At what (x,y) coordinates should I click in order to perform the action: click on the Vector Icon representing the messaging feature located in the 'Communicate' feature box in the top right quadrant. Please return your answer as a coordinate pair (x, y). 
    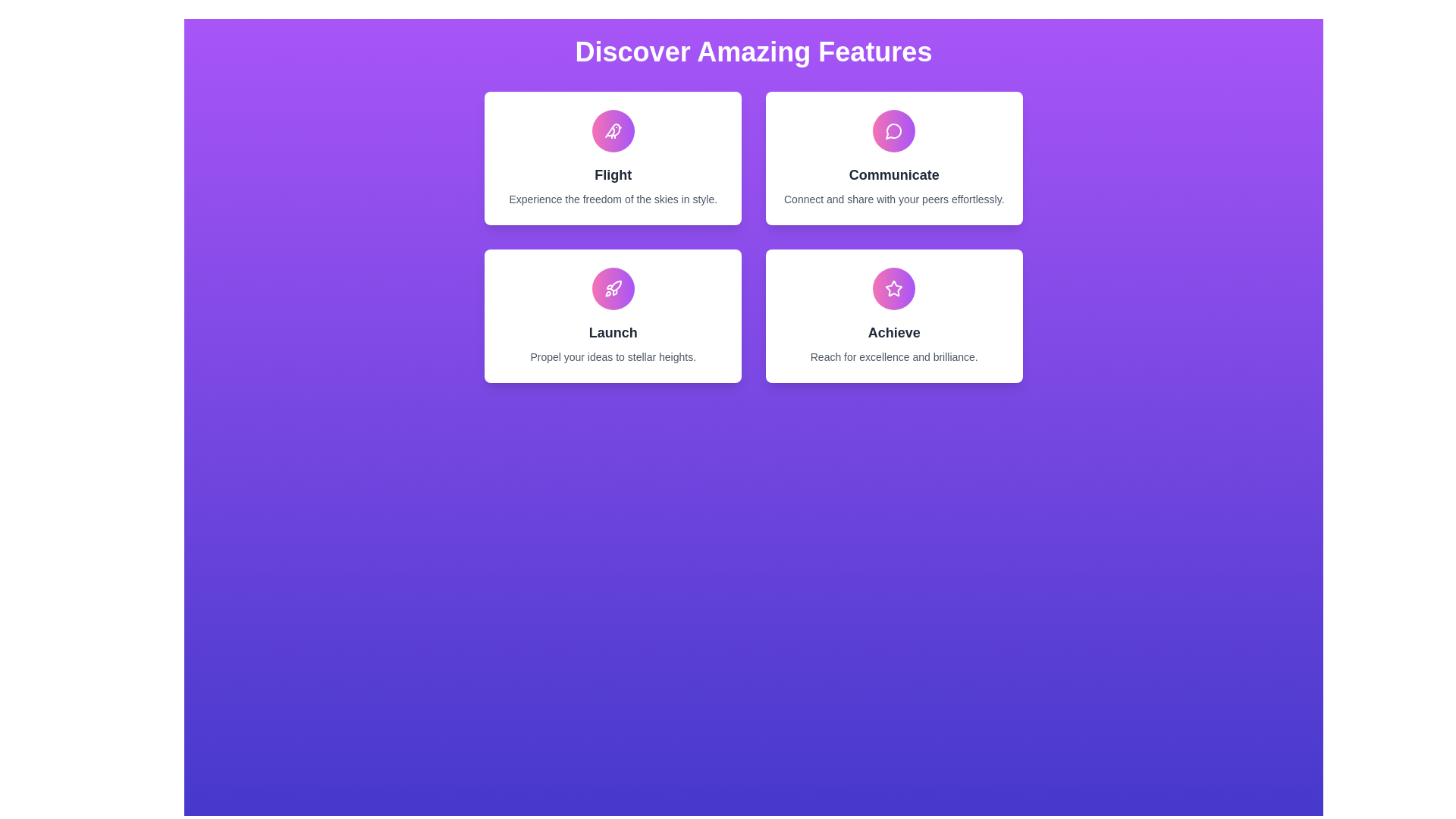
    Looking at the image, I should click on (894, 130).